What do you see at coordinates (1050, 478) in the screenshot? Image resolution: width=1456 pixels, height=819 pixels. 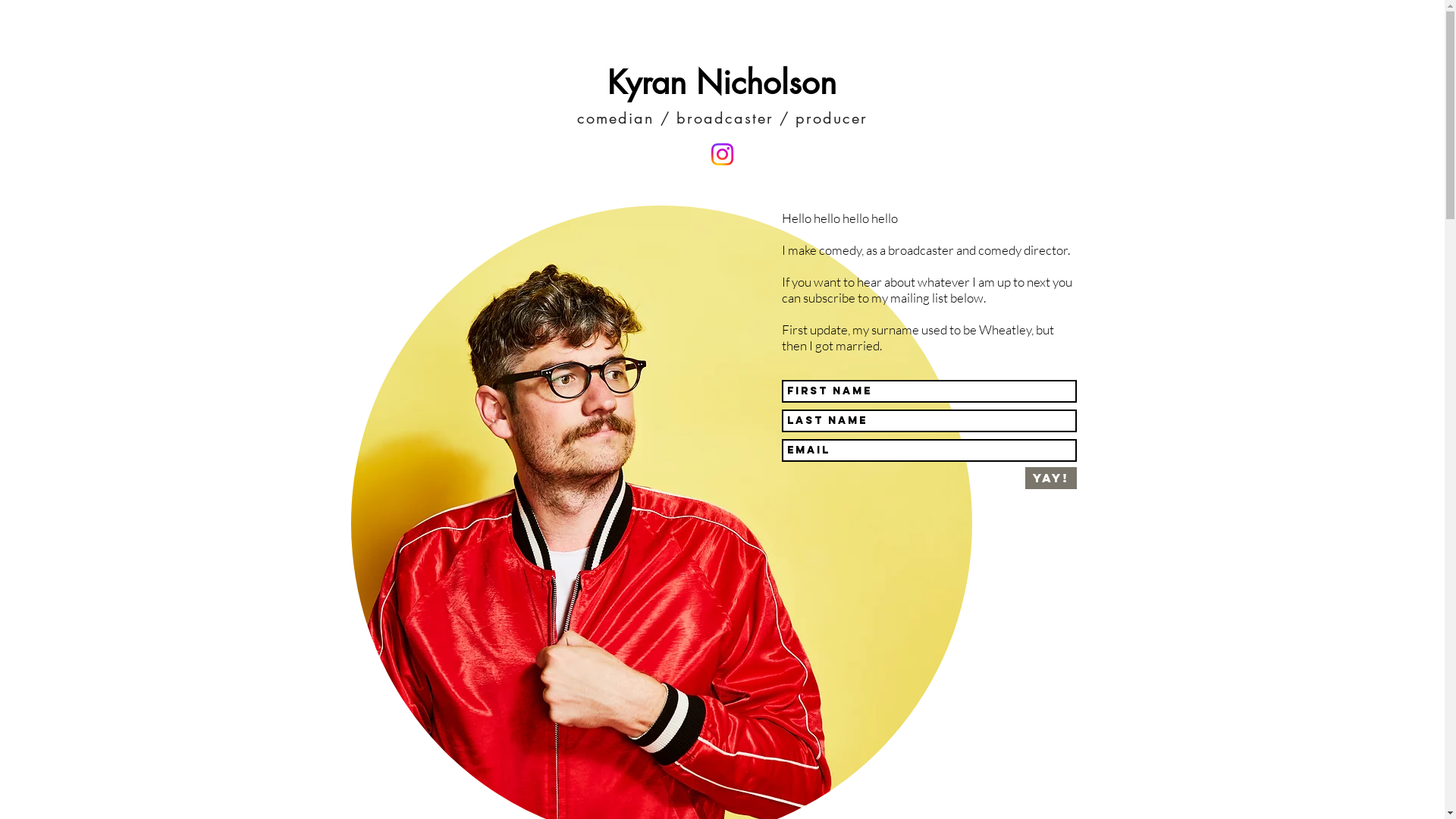 I see `'Yay!'` at bounding box center [1050, 478].